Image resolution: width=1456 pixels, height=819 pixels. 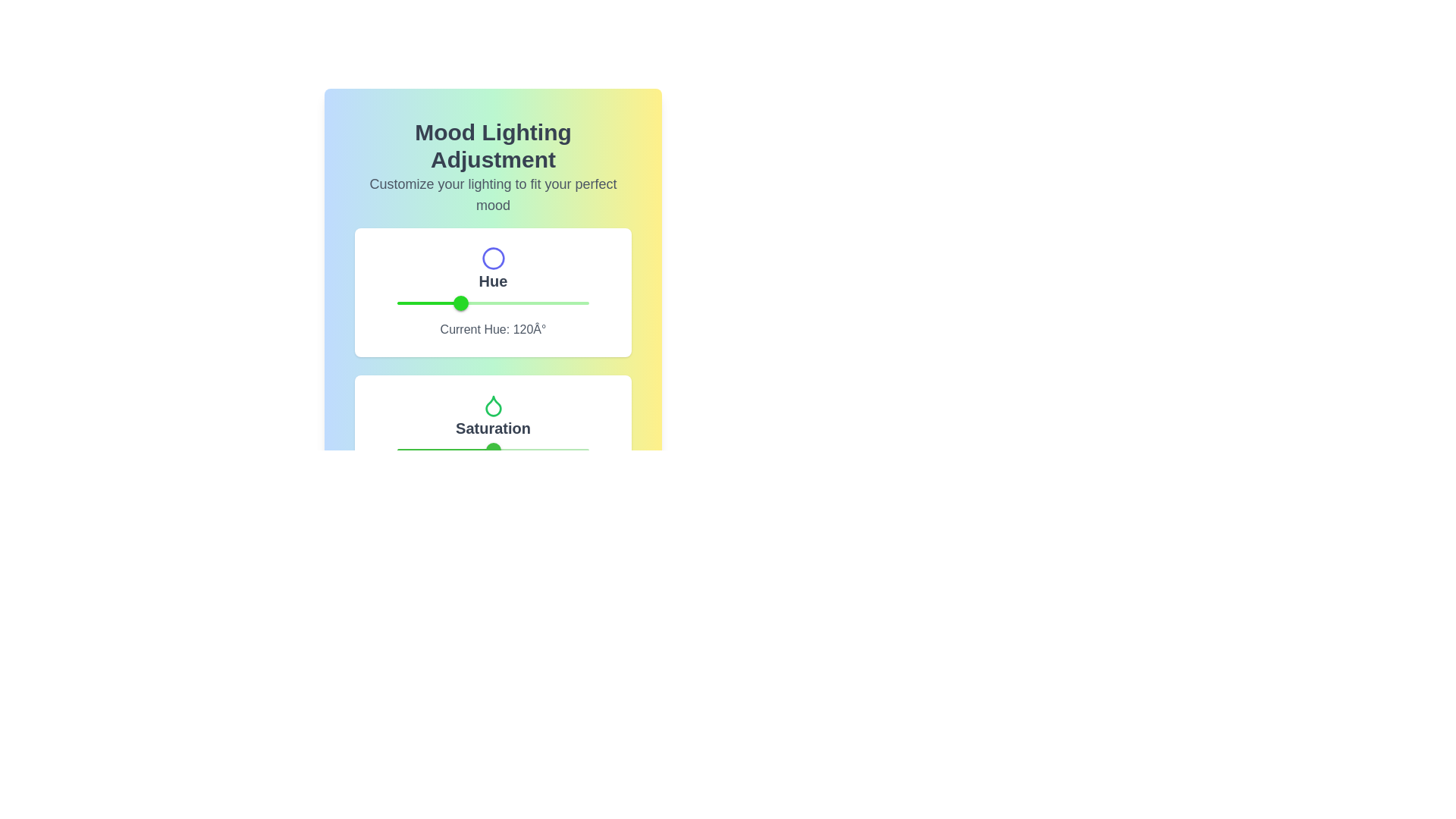 What do you see at coordinates (465, 303) in the screenshot?
I see `hue` at bounding box center [465, 303].